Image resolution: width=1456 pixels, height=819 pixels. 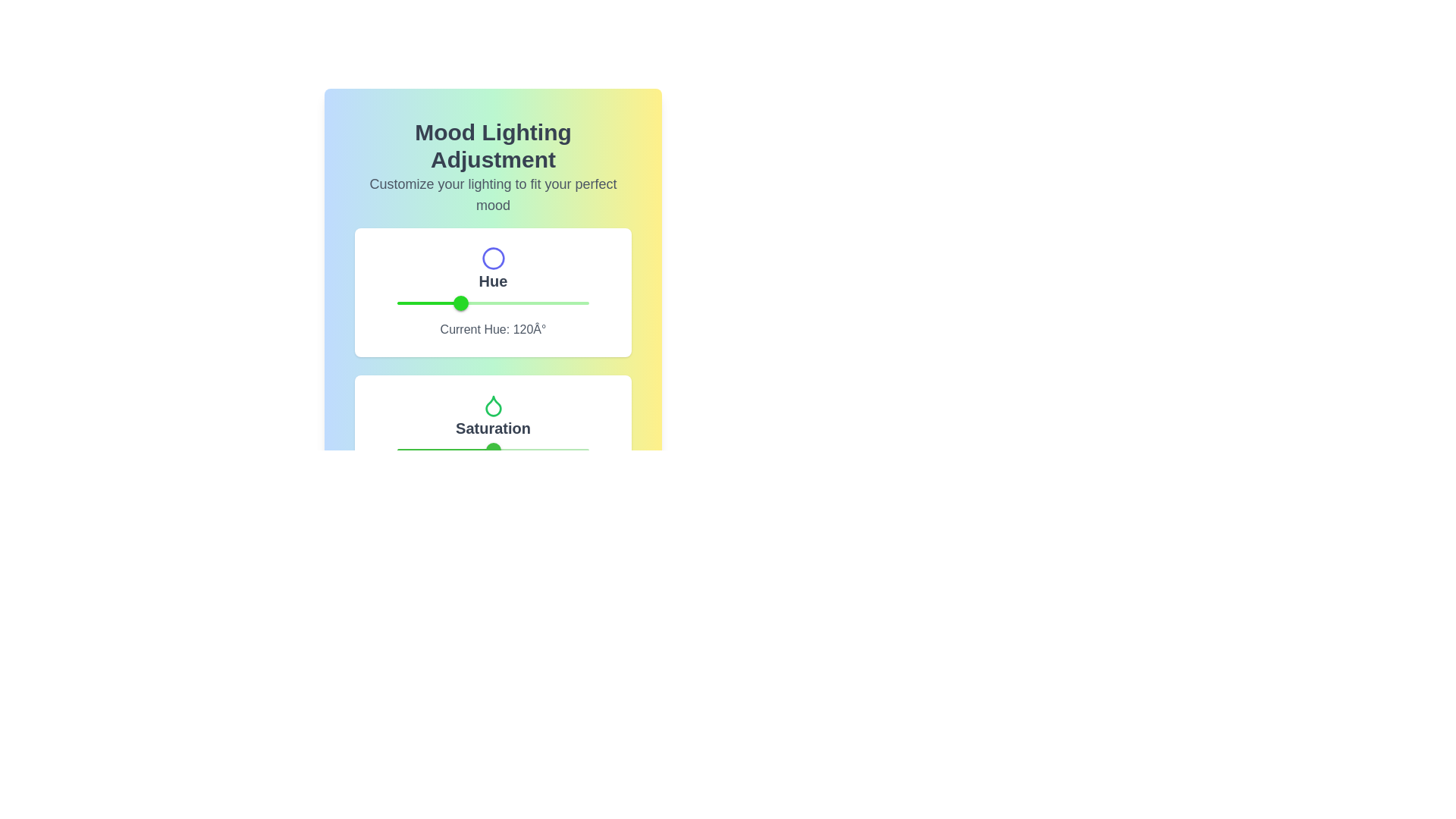 What do you see at coordinates (465, 303) in the screenshot?
I see `hue` at bounding box center [465, 303].